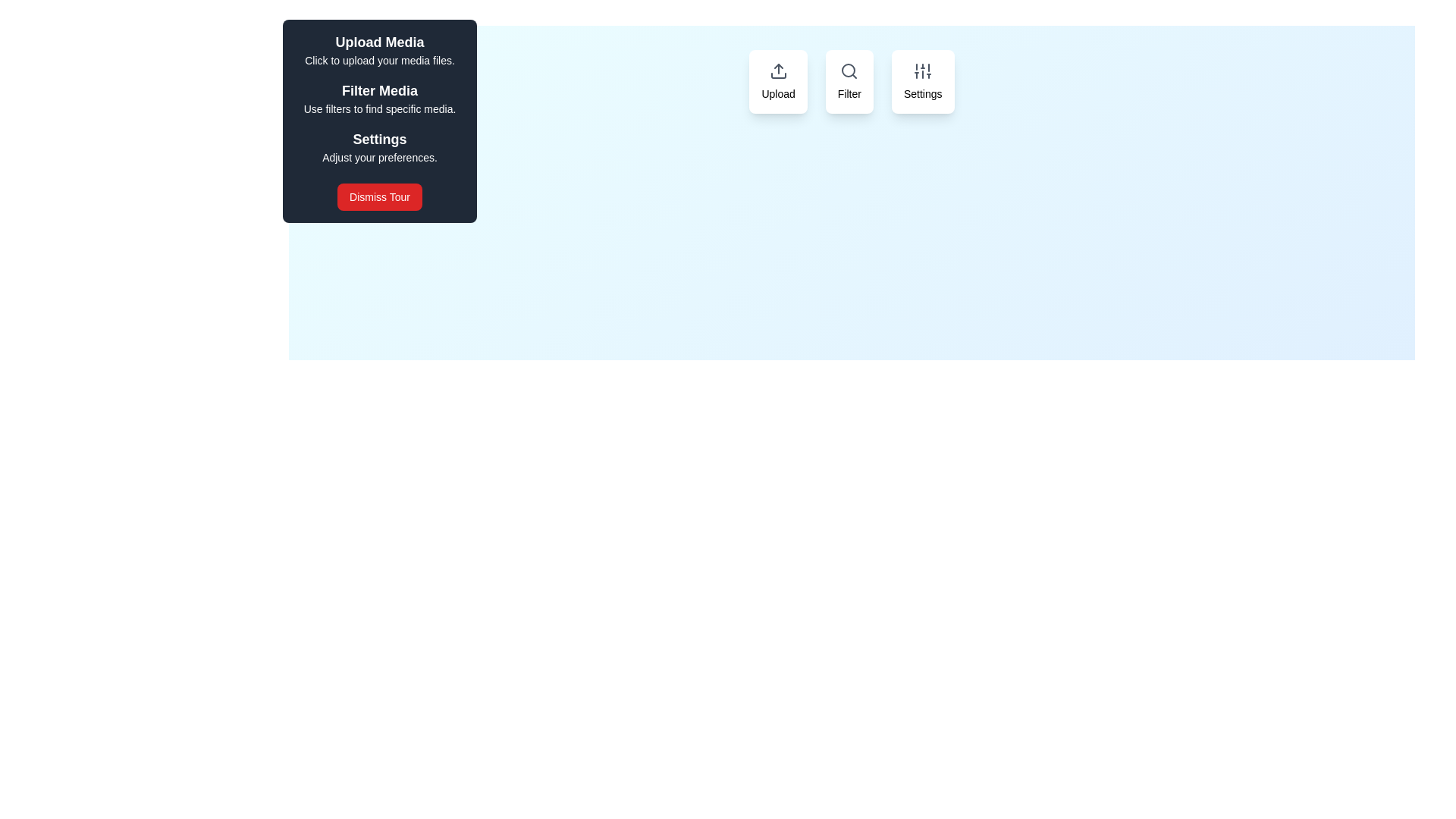  Describe the element at coordinates (379, 108) in the screenshot. I see `the informational text that provides guidance about the 'Filter Media' feature, located centrally below the title 'Filter Media' and above the 'Settings' section` at that location.